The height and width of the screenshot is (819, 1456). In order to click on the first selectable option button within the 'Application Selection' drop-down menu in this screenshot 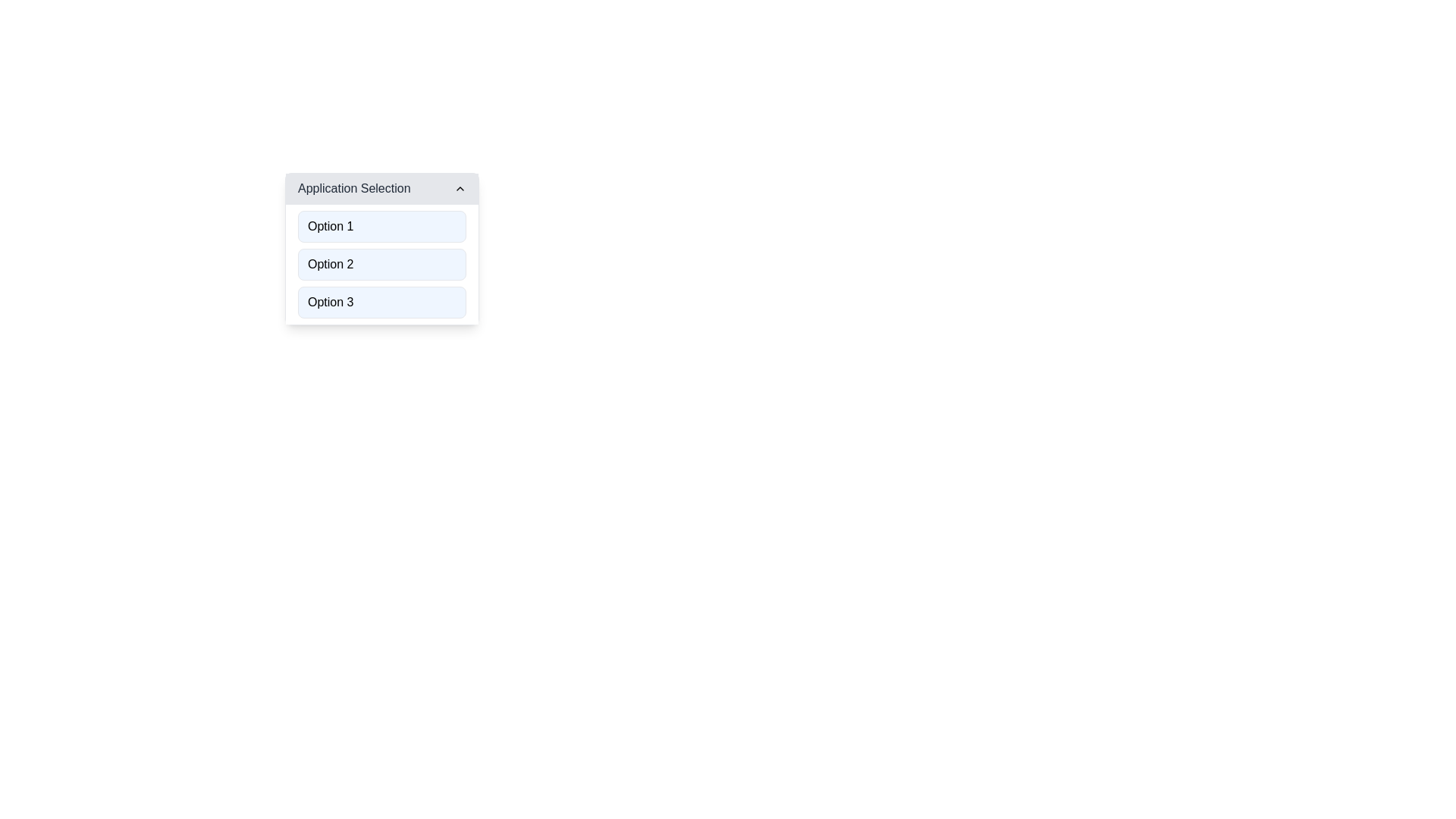, I will do `click(382, 227)`.